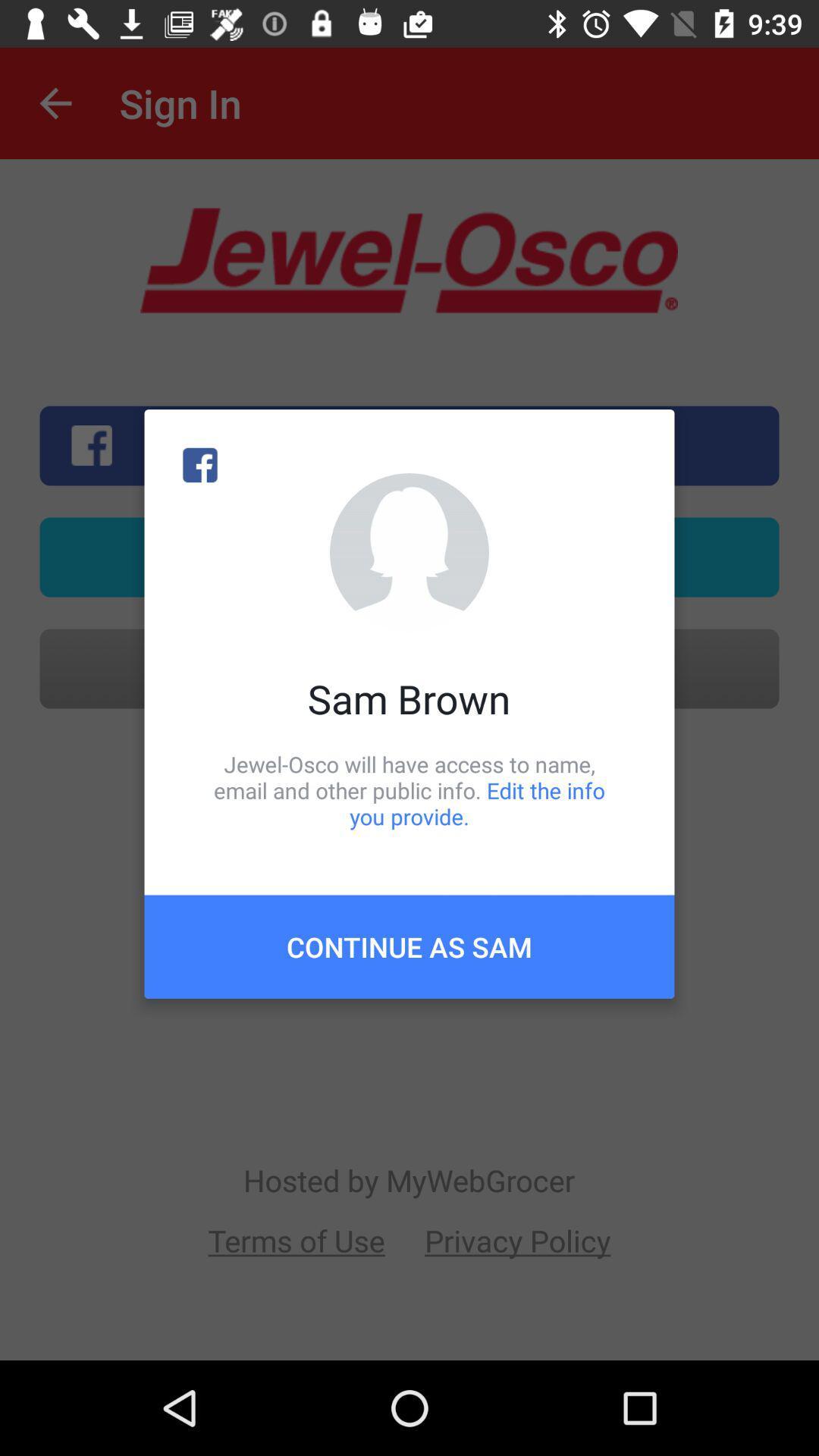 The width and height of the screenshot is (819, 1456). I want to click on item below the sam brown icon, so click(409, 789).